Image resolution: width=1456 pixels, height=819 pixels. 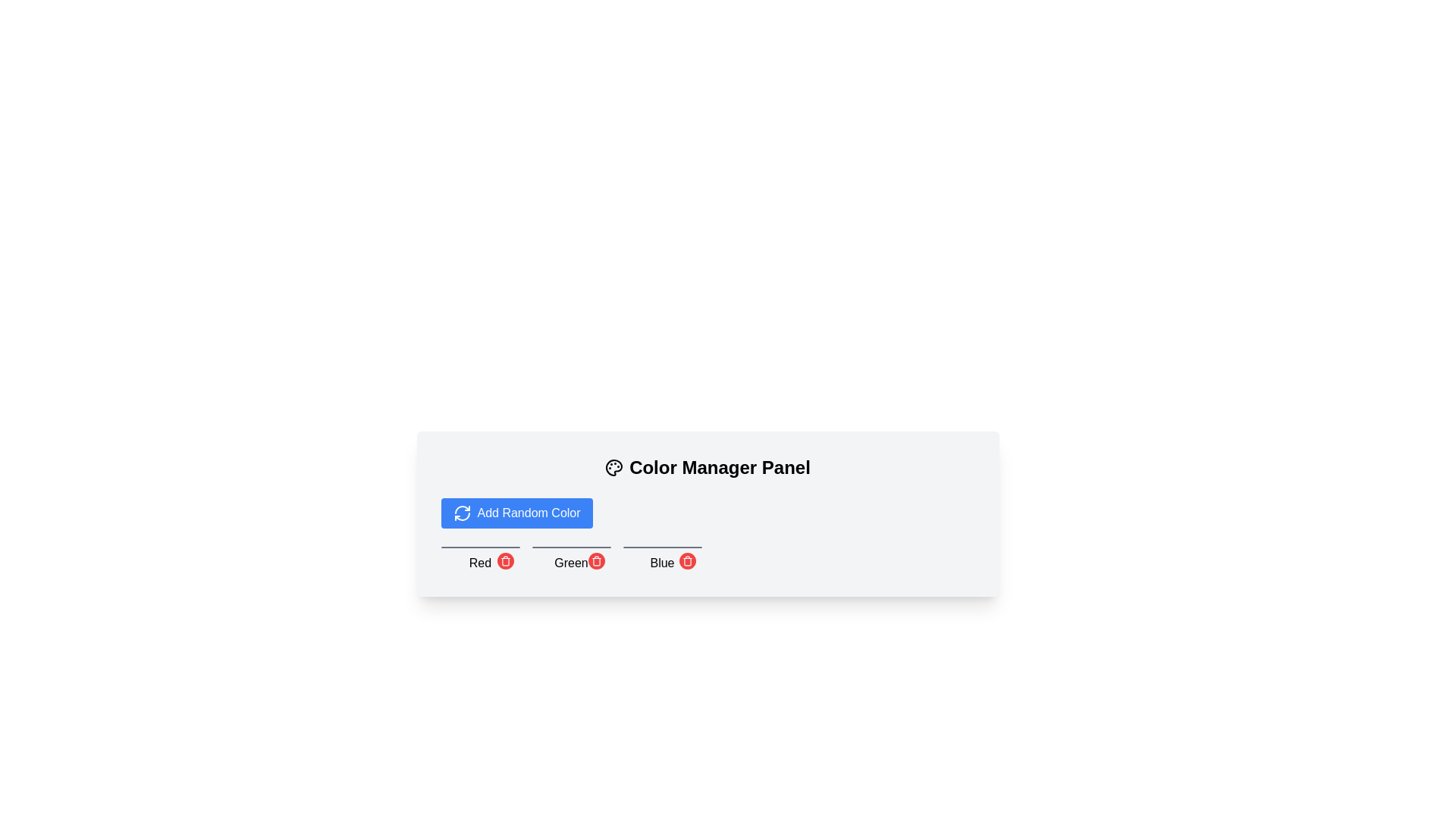 What do you see at coordinates (595, 561) in the screenshot?
I see `the delete button located at the top-right corner of the 'Green' color section in the color manager panel` at bounding box center [595, 561].